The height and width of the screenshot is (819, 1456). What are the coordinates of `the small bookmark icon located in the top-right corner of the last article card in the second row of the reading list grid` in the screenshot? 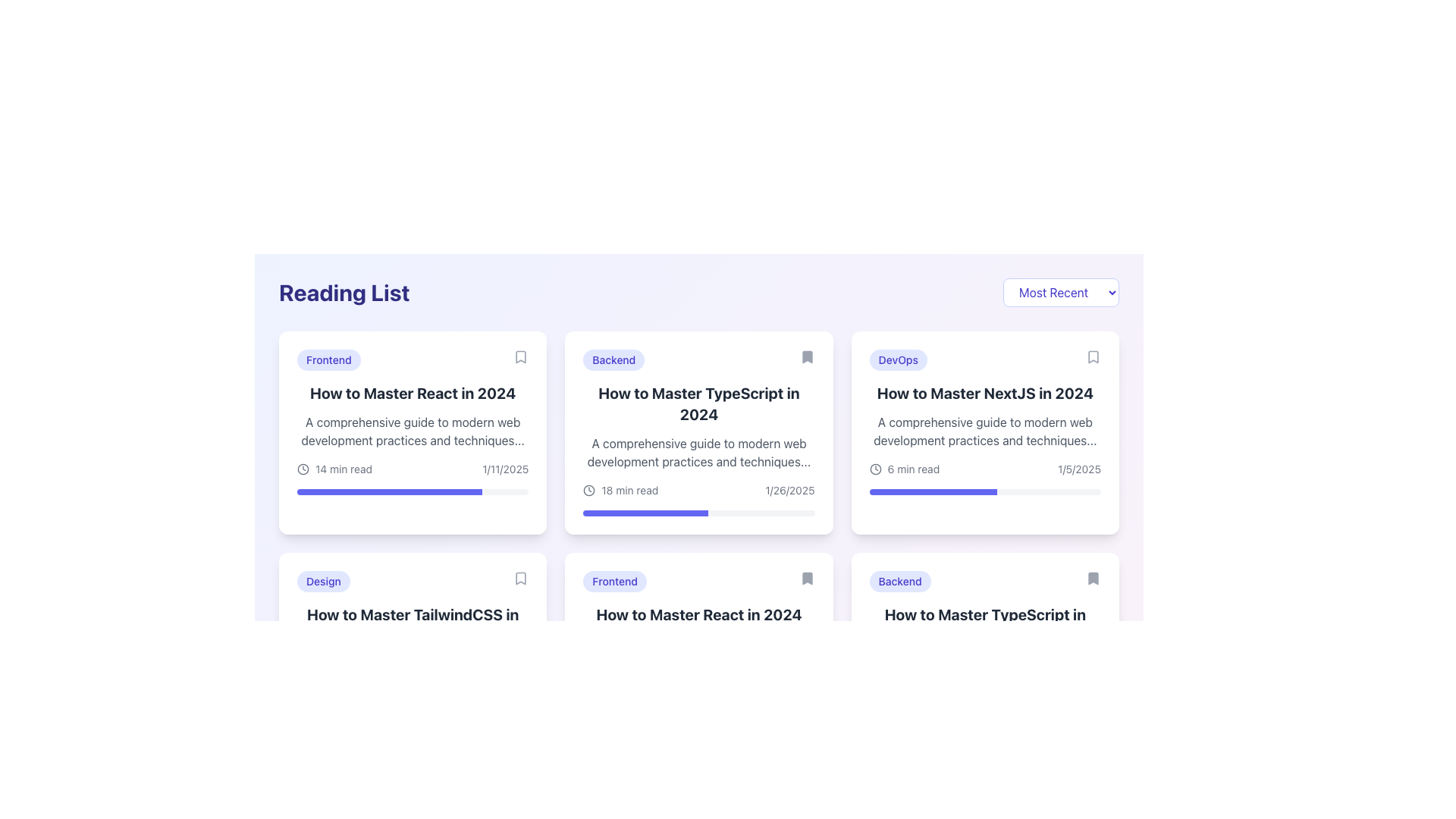 It's located at (1093, 579).